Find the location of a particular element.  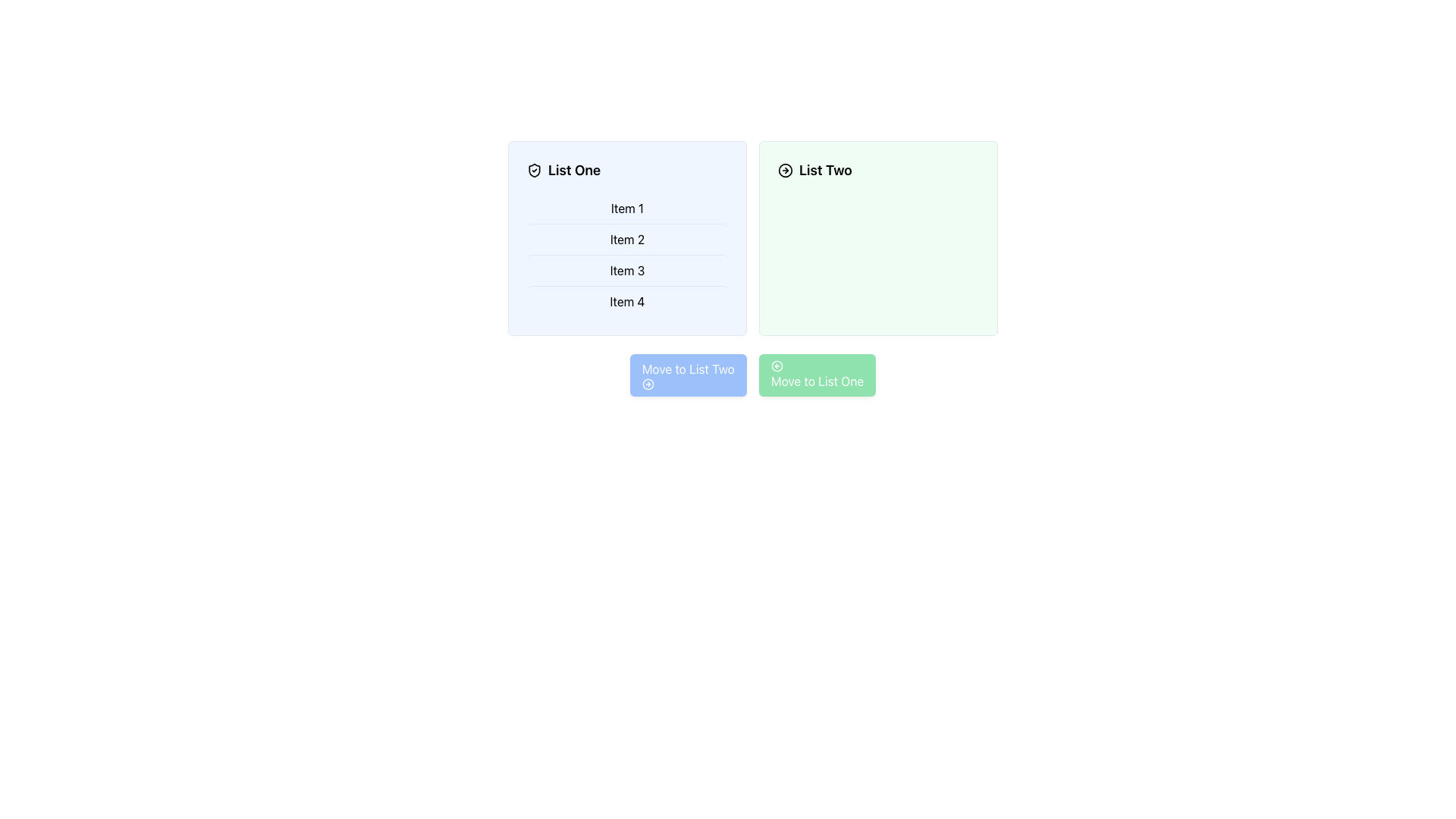

the SVG icon that is a circle enclosing an arrow pointing to the right, located above the 'List Two' header is located at coordinates (786, 170).